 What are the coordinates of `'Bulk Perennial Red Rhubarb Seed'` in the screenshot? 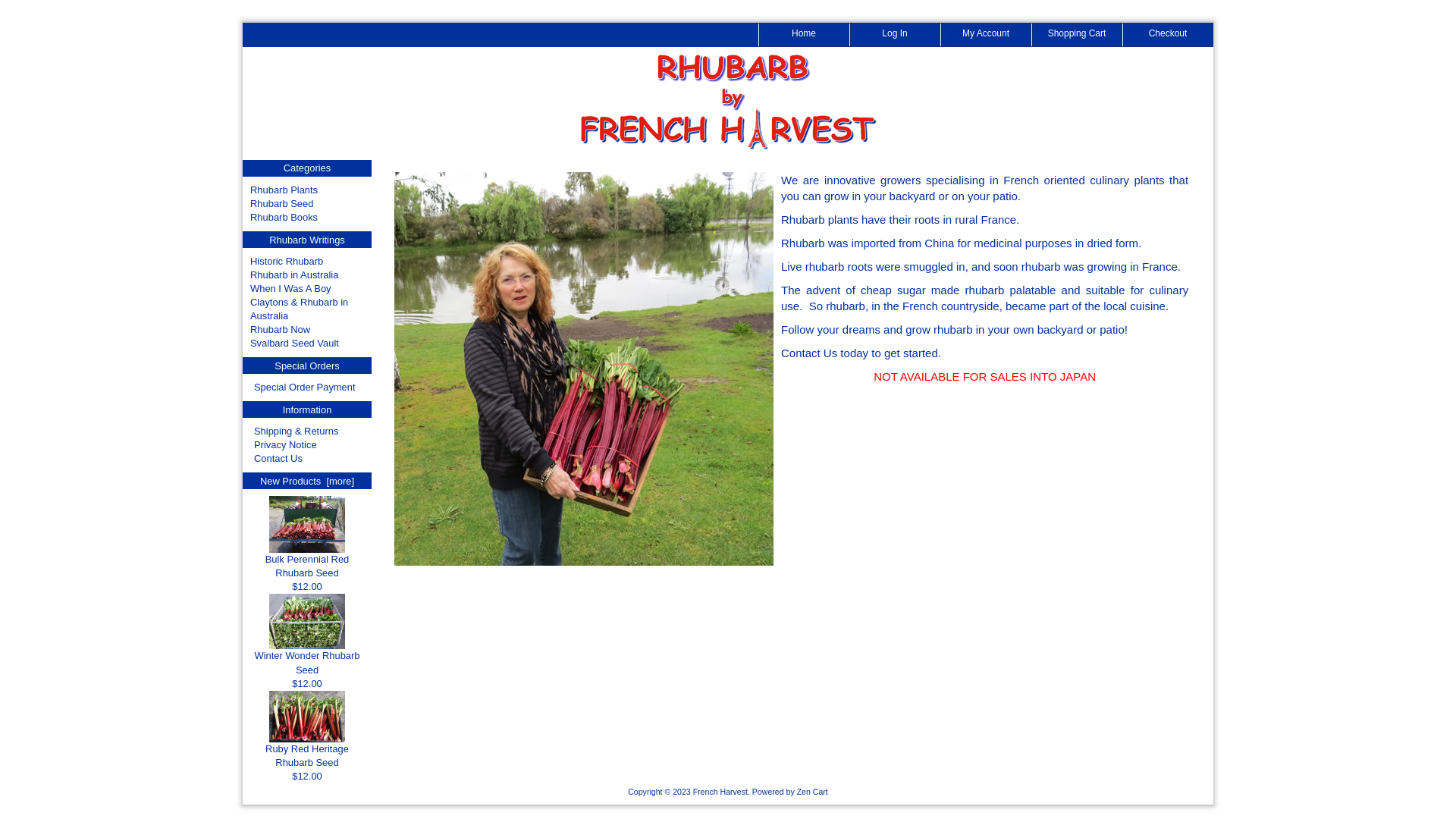 It's located at (306, 561).